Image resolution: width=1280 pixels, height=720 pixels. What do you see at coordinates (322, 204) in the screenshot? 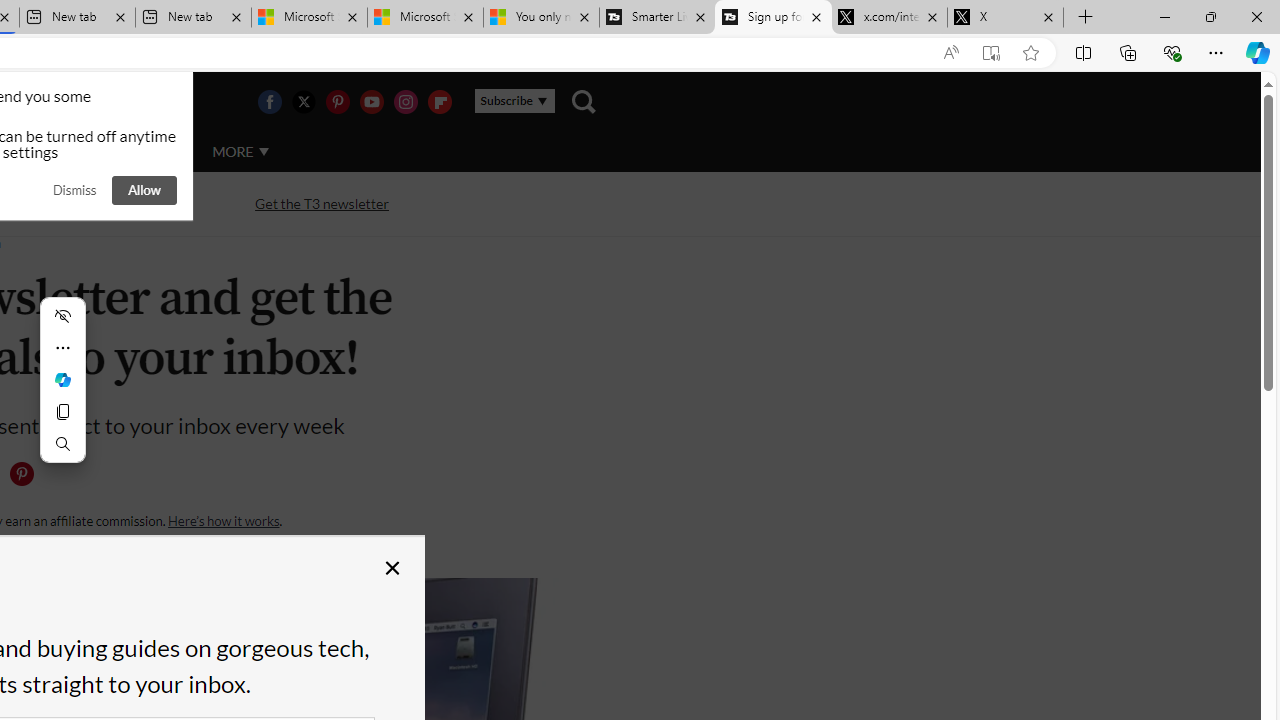
I see `'Get the T3 newsletter'` at bounding box center [322, 204].